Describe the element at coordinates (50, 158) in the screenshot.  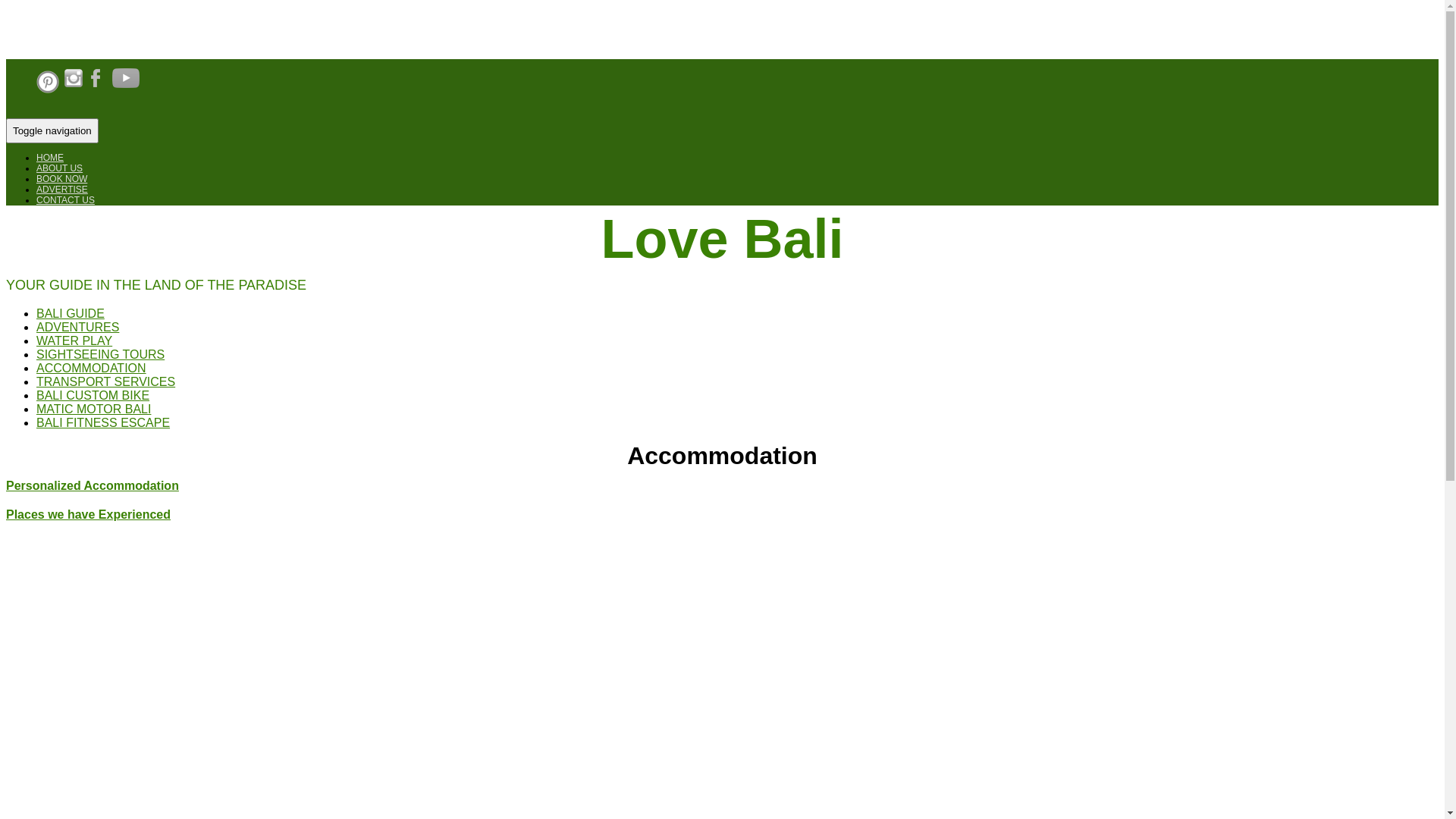
I see `'HOME'` at that location.